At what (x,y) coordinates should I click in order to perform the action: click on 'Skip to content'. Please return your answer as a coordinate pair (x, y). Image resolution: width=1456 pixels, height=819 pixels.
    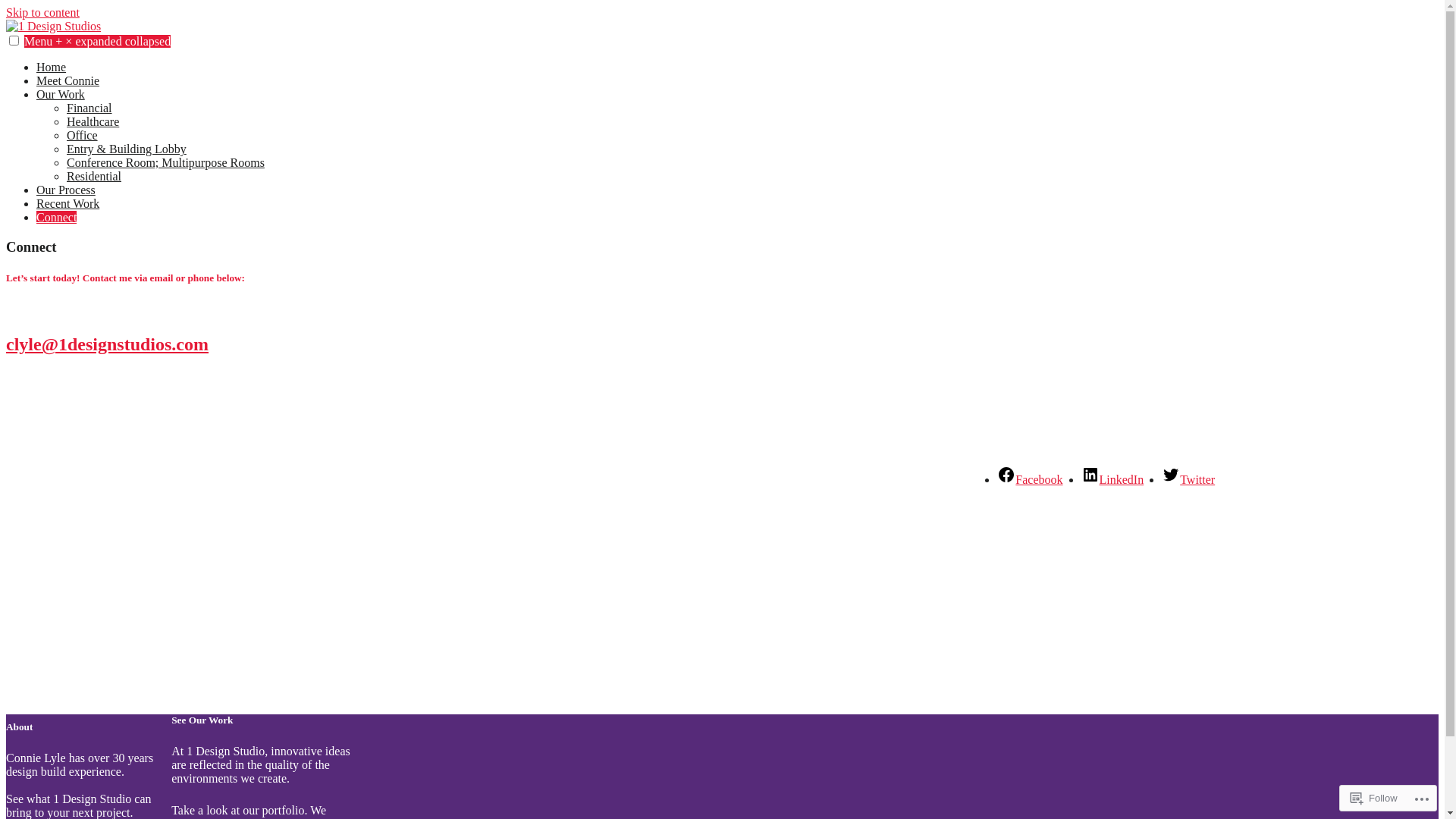
    Looking at the image, I should click on (6, 12).